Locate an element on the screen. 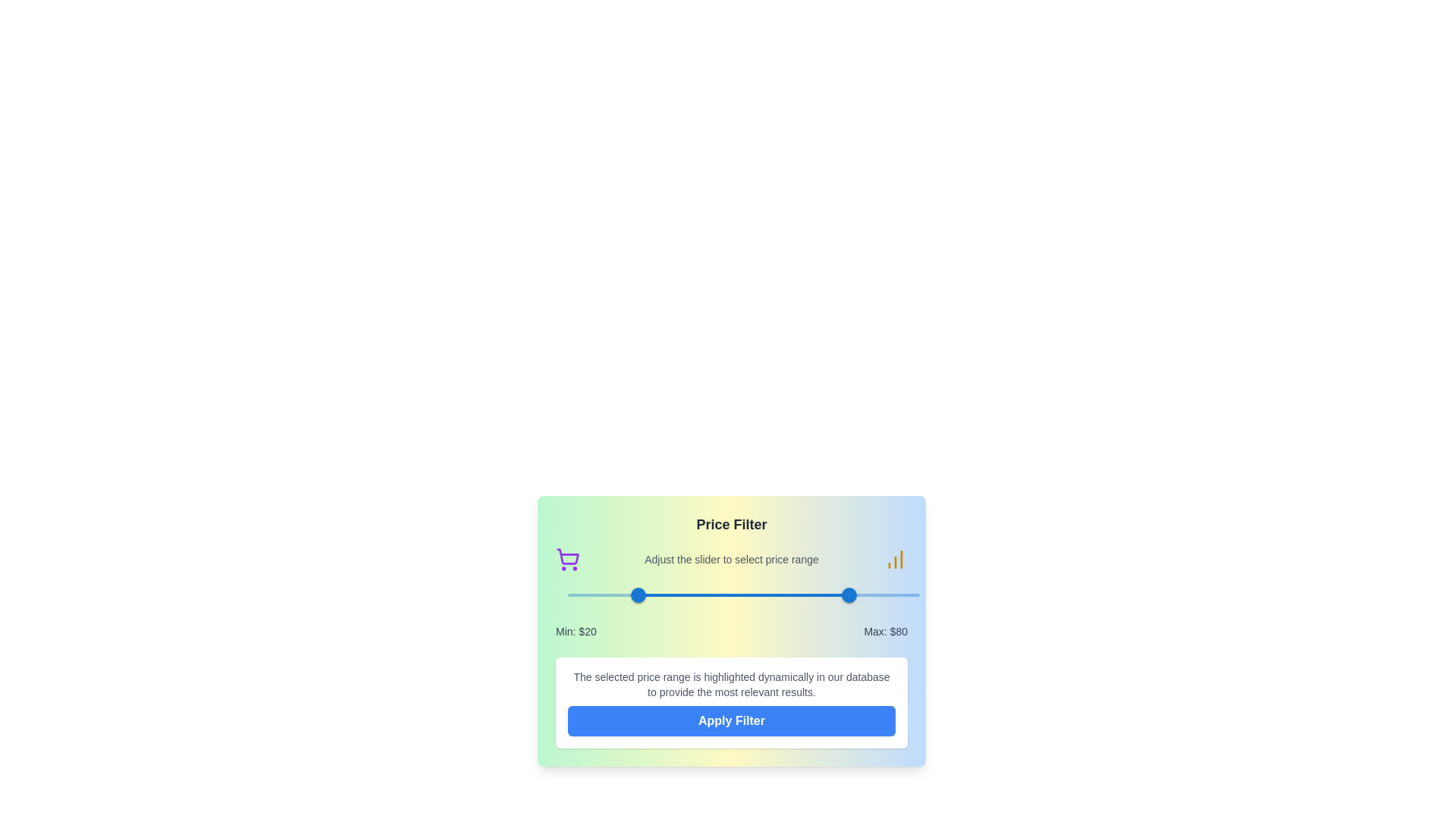 The height and width of the screenshot is (819, 1456). slider value is located at coordinates (847, 595).